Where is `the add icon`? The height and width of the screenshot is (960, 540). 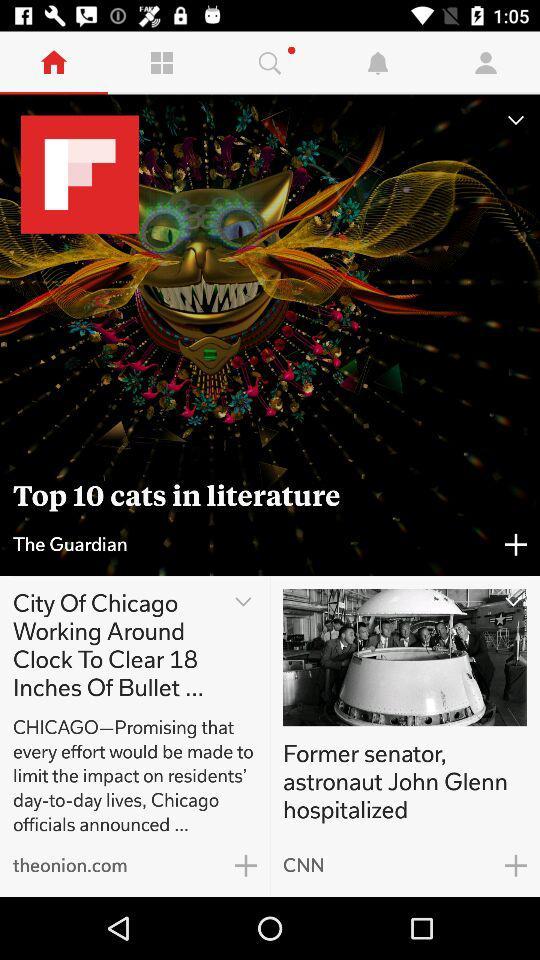 the add icon is located at coordinates (516, 864).